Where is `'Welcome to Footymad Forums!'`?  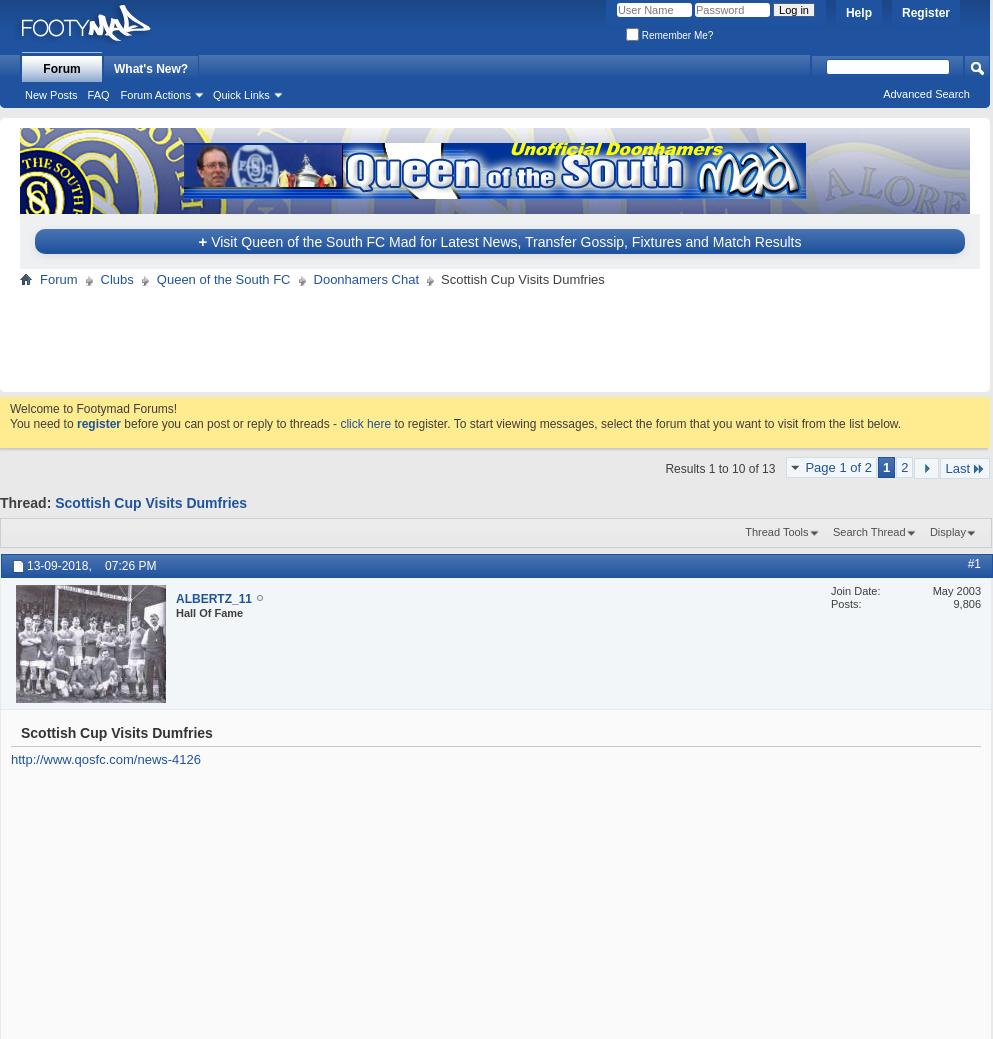
'Welcome to Footymad Forums!' is located at coordinates (92, 407).